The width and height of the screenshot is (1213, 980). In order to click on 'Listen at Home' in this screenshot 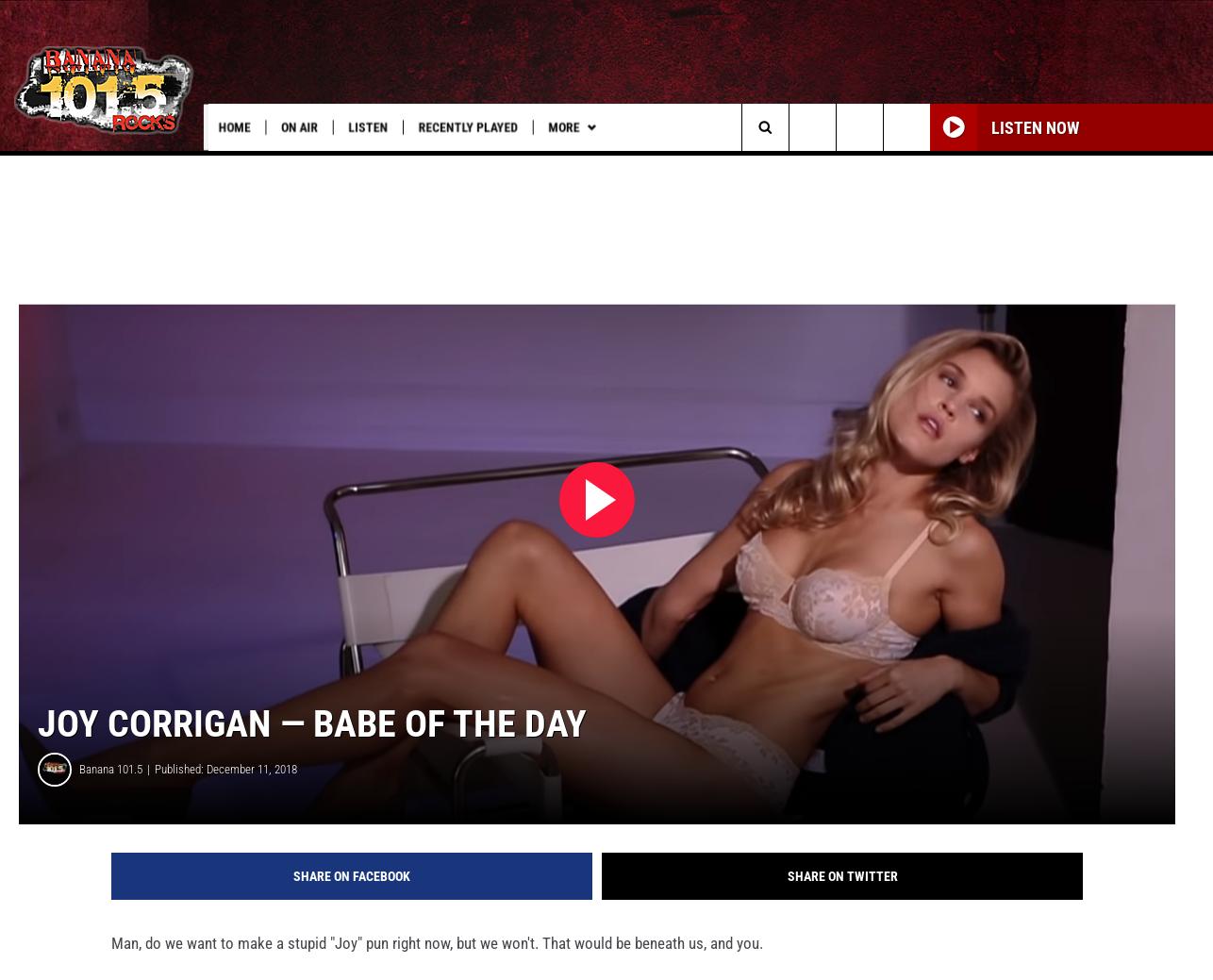, I will do `click(486, 166)`.